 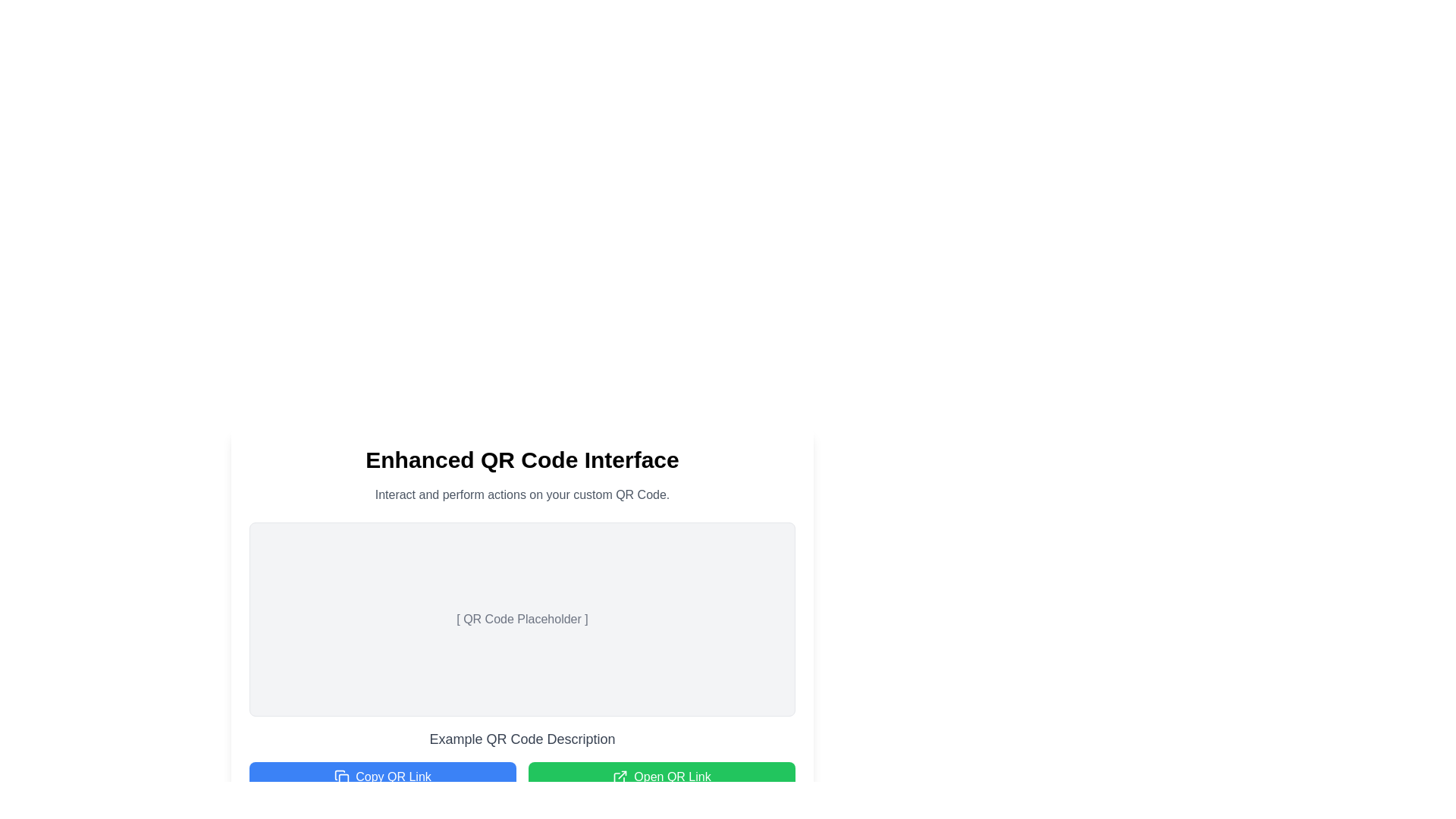 What do you see at coordinates (343, 779) in the screenshot?
I see `the graphical element representing the copy icon, which is a rectangular shape with rounded corners located centrally within the copy icon near the bottom-left corner of the interface` at bounding box center [343, 779].